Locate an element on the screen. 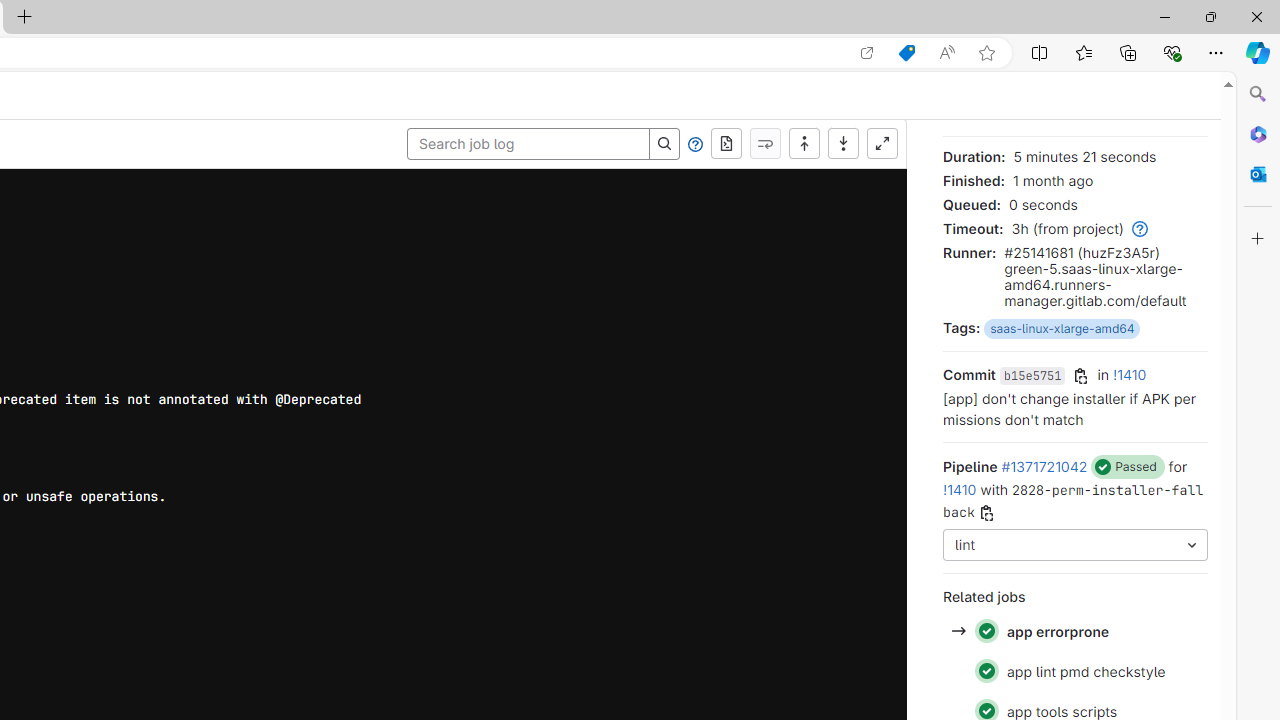 This screenshot has width=1280, height=720. 'Shopping in Microsoft Edge' is located at coordinates (905, 52).